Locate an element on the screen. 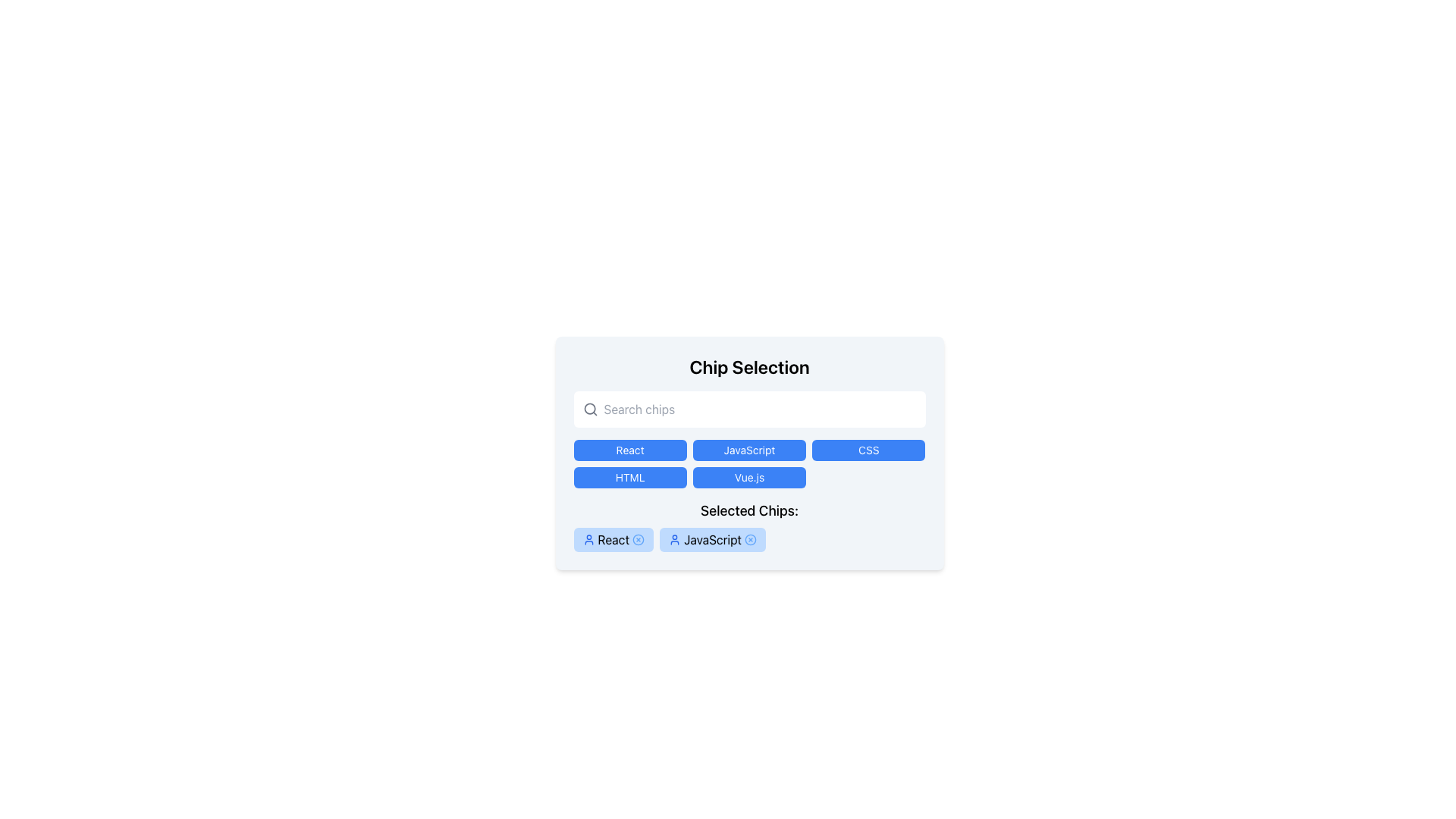  the Tag badge labeled 'React' is located at coordinates (613, 539).